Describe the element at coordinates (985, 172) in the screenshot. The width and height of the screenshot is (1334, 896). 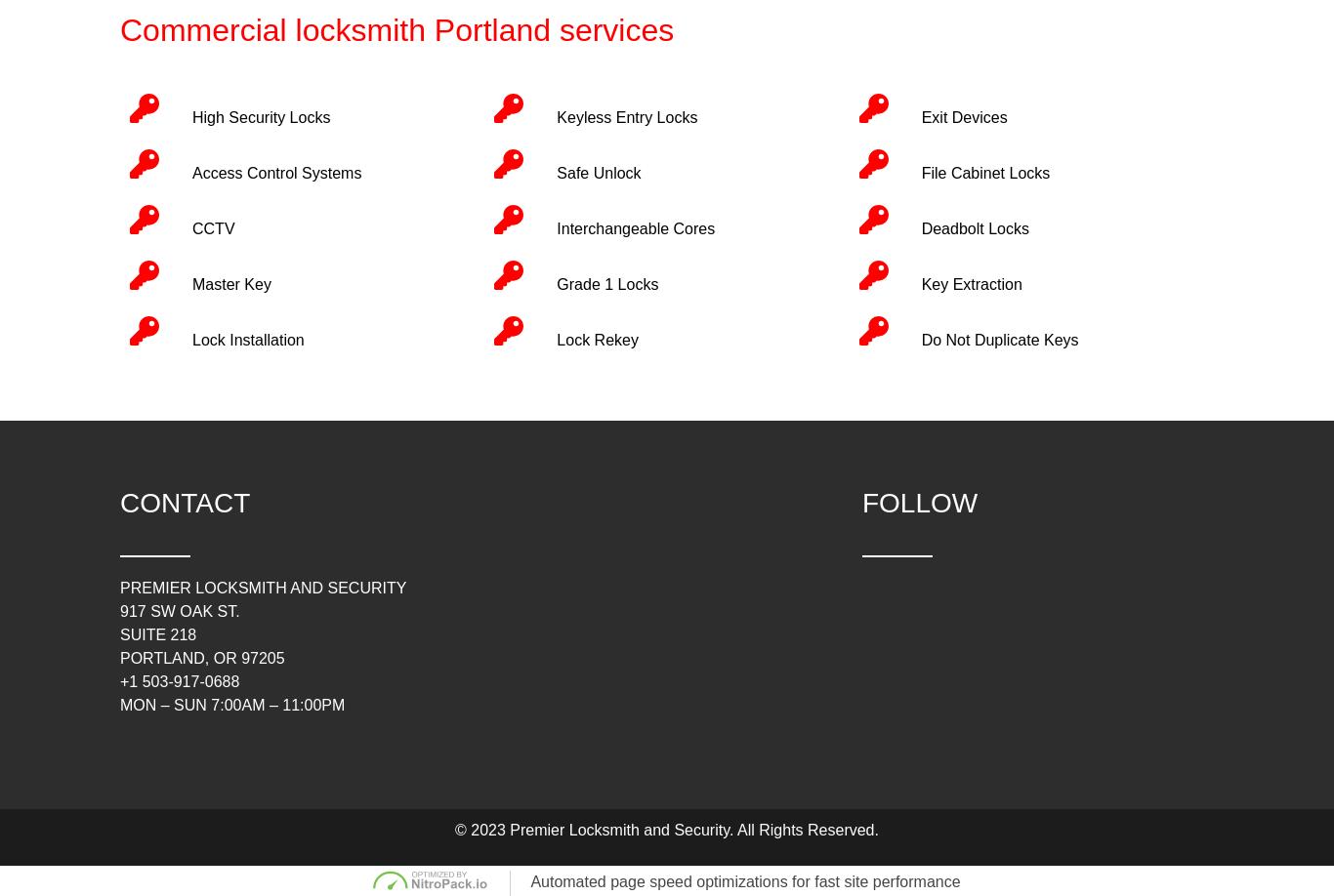
I see `'File Cabinet Locks'` at that location.